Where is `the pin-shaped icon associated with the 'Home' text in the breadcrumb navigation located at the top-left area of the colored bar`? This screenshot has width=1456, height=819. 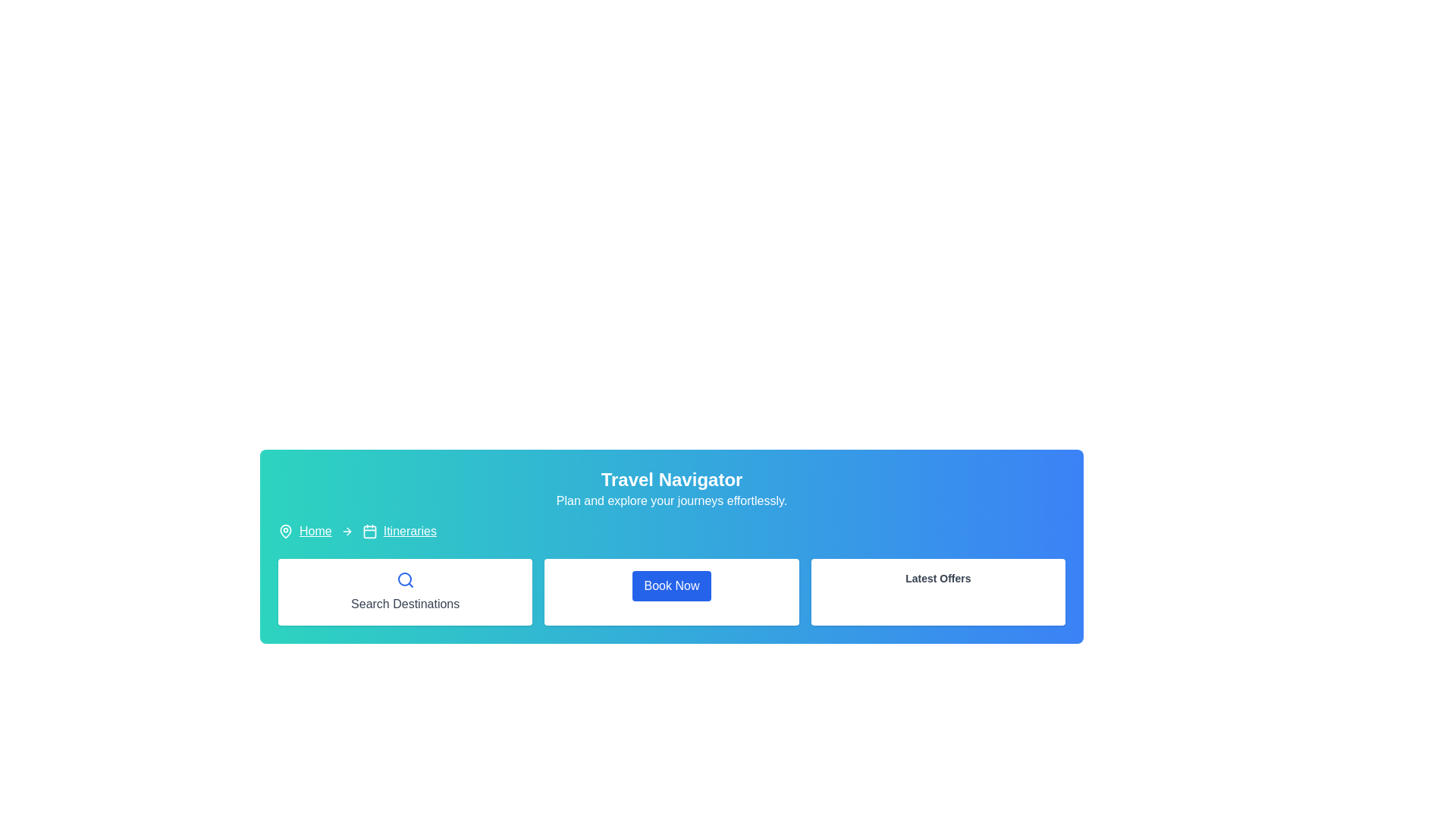
the pin-shaped icon associated with the 'Home' text in the breadcrumb navigation located at the top-left area of the colored bar is located at coordinates (286, 531).